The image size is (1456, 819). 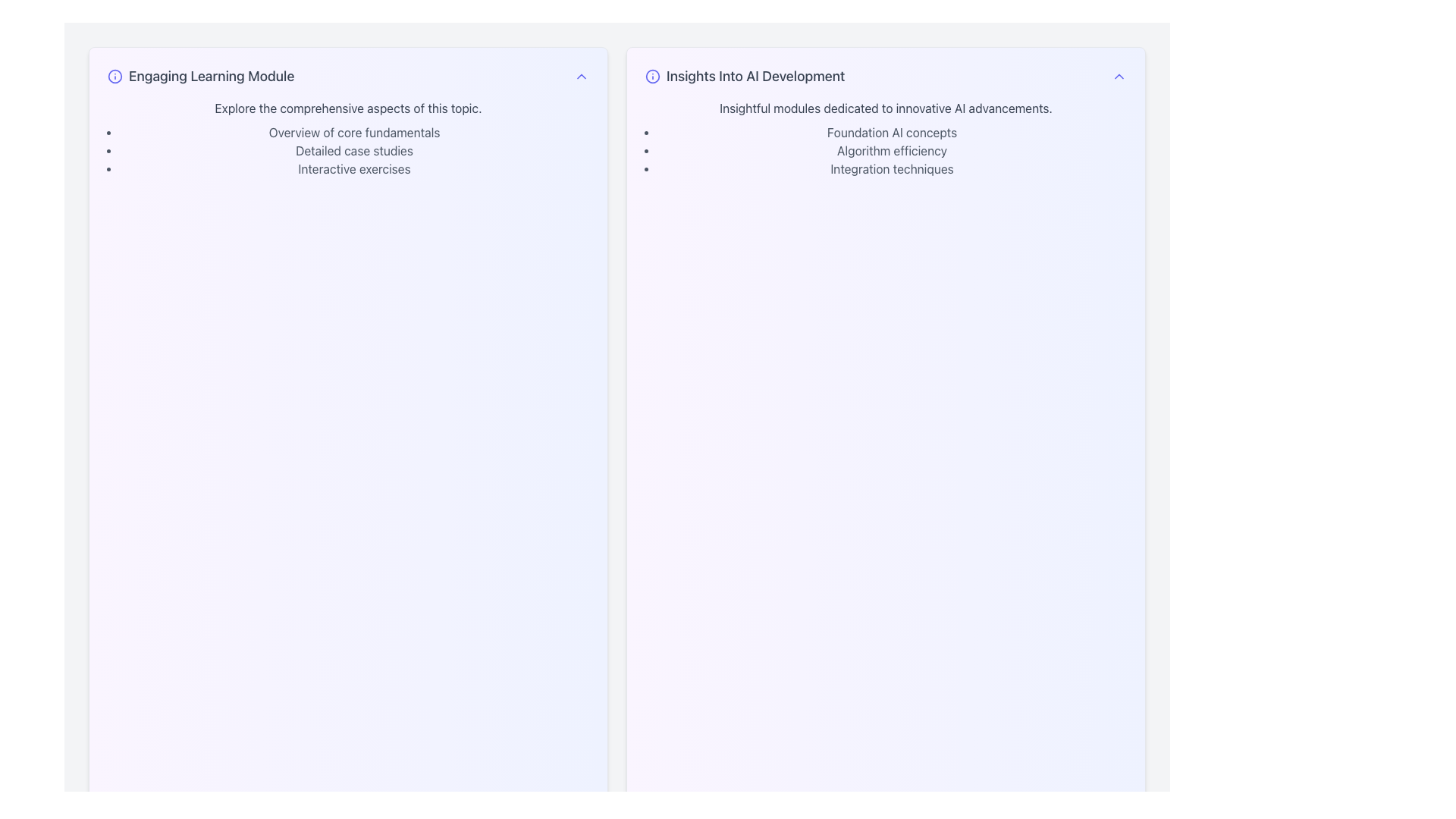 What do you see at coordinates (892, 169) in the screenshot?
I see `the text label reading 'Integration techniques', which is the third item in a vertical bulleted list located in the center-right area of the interface` at bounding box center [892, 169].